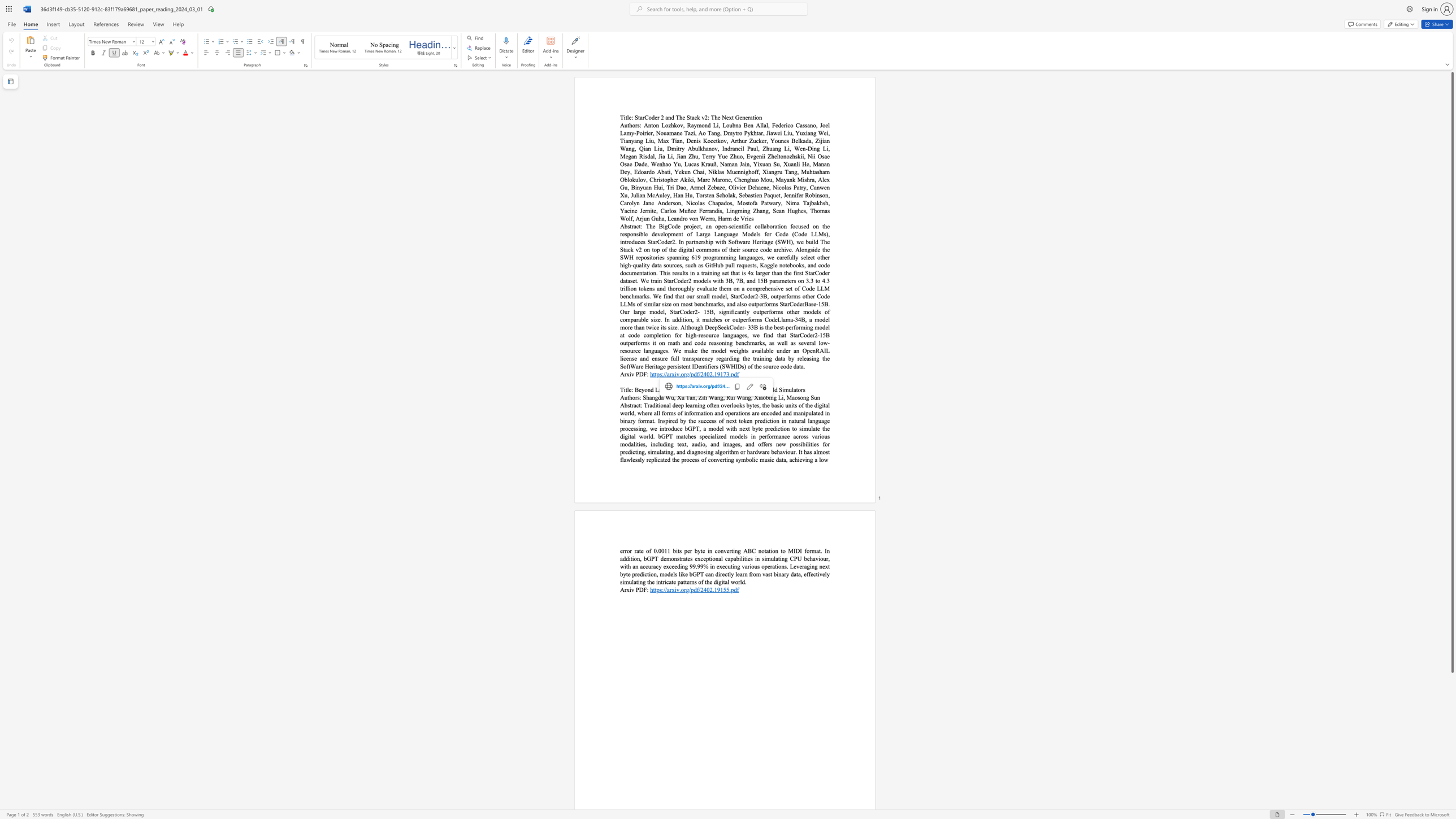 This screenshot has width=1456, height=819. Describe the element at coordinates (653, 397) in the screenshot. I see `the 1th character "n" in the text` at that location.